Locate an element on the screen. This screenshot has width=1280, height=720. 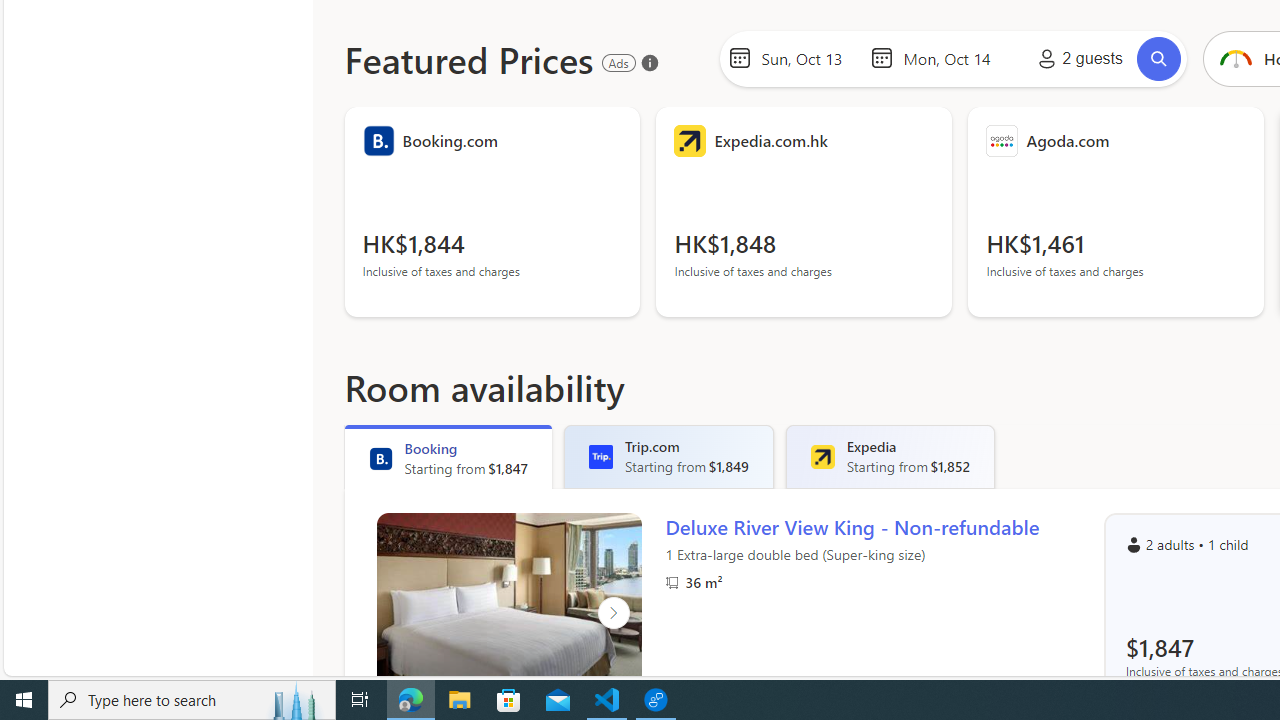
'Start Date' is located at coordinates (810, 56).